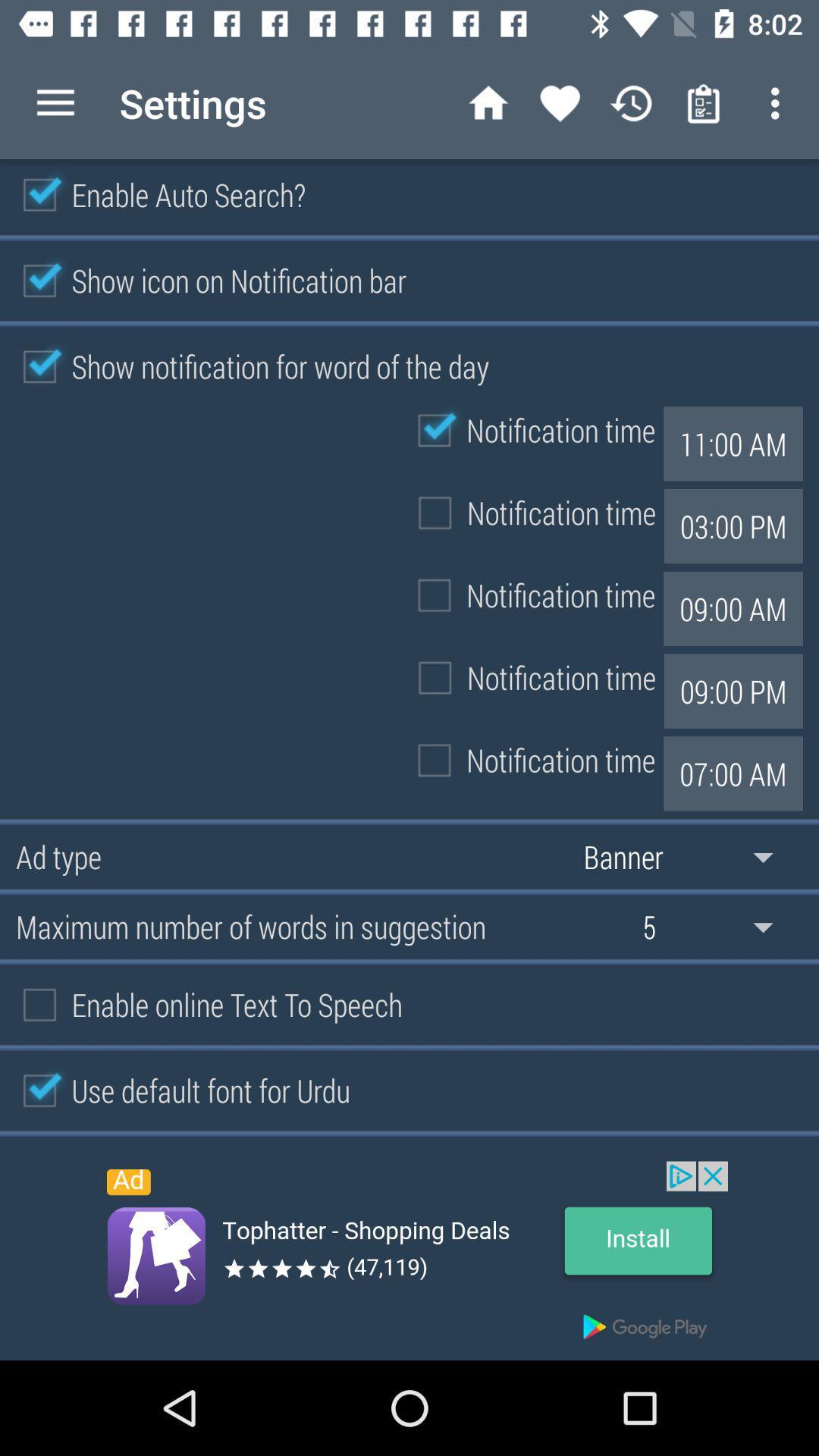 This screenshot has height=1456, width=819. I want to click on banner, so click(689, 857).